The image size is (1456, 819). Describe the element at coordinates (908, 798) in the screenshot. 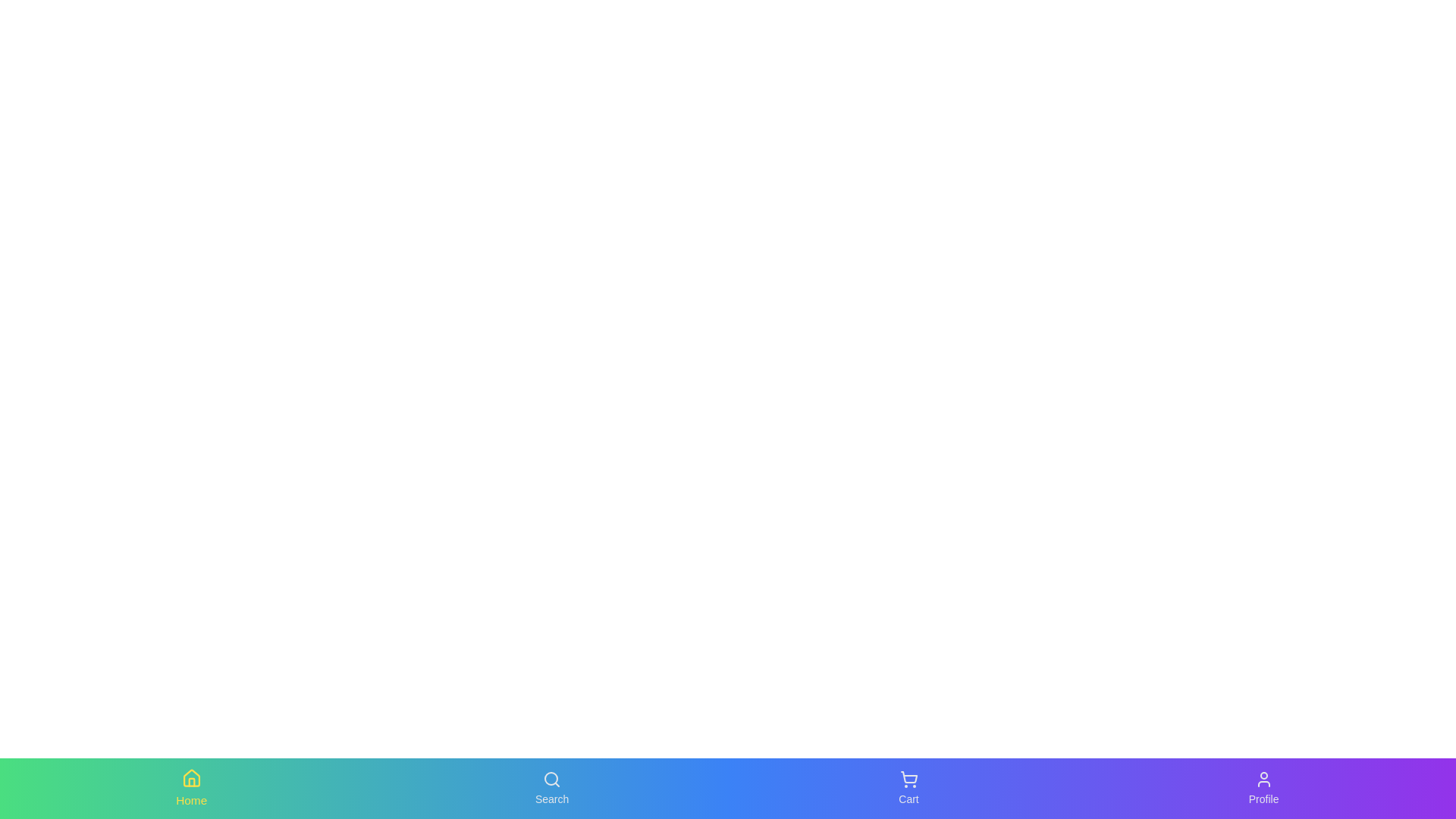

I see `the 'Cart' text label element, which is displayed in a small font size below a shopping cart icon, located on the far right side of the bottom navigation bar` at that location.